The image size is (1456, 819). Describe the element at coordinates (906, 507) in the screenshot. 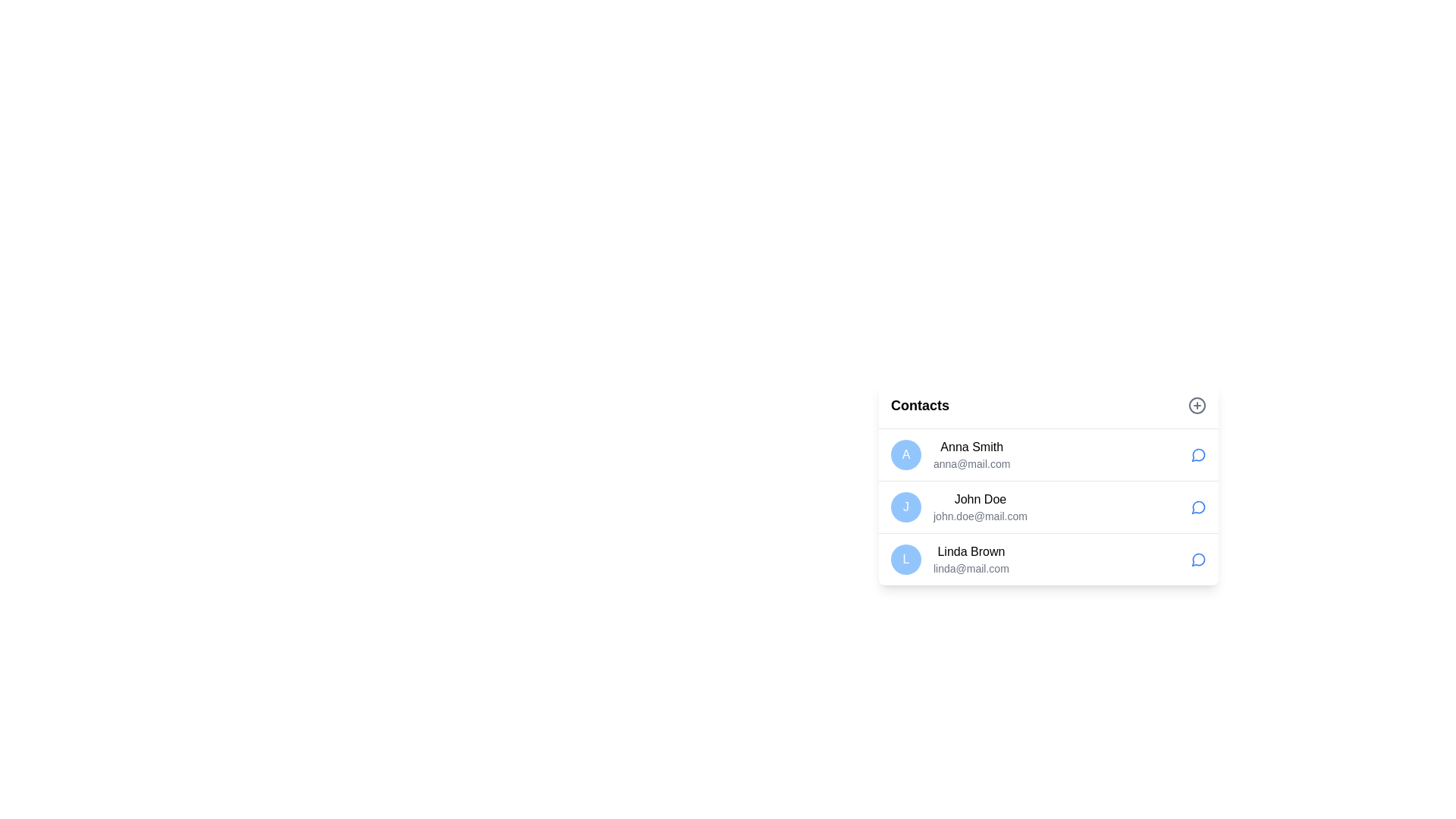

I see `the Avatar Indicator representing the user 'John Doe' in the Contacts UI section` at that location.